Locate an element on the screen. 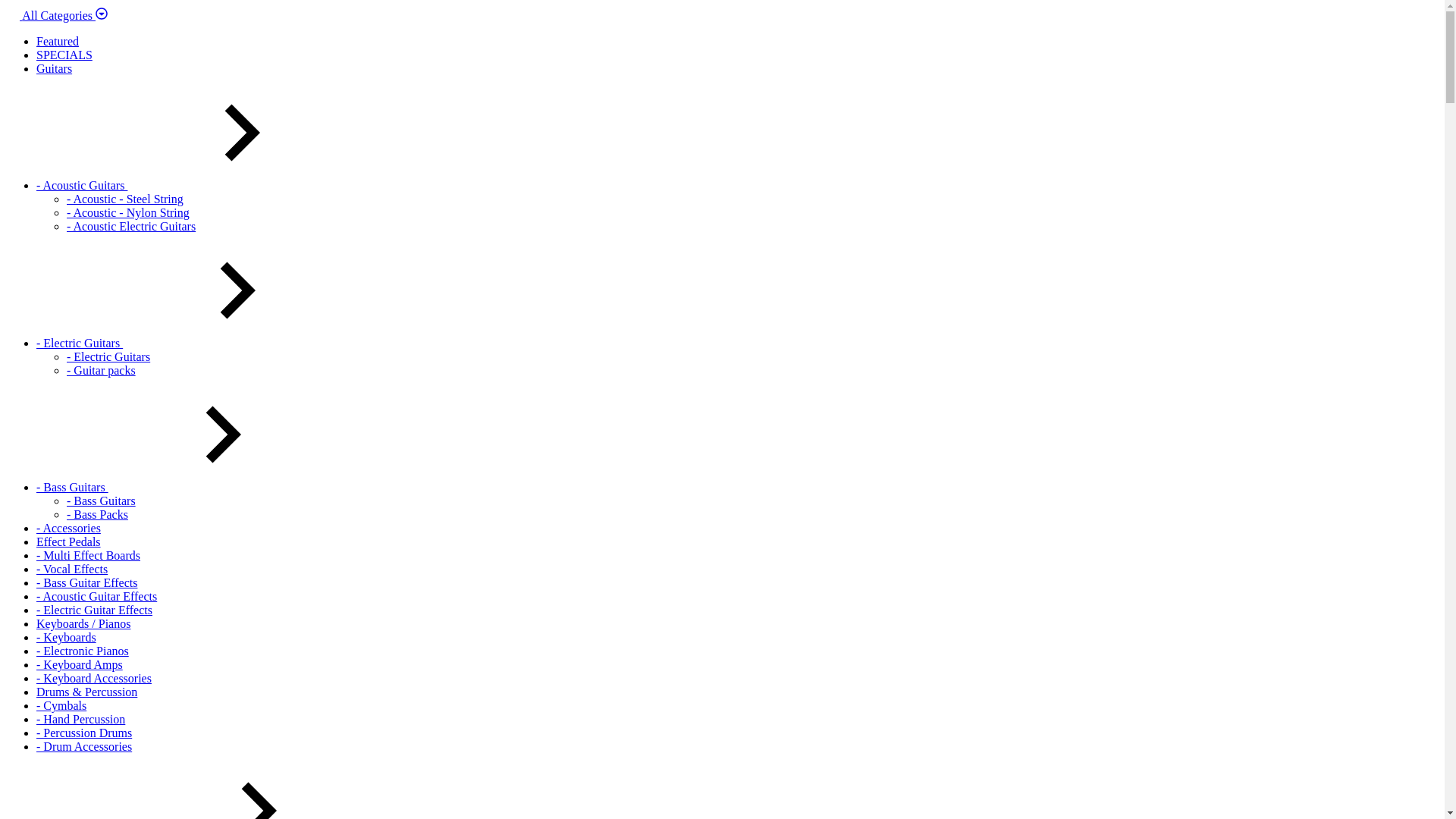 The image size is (1456, 819). '- Bass Guitar Effects' is located at coordinates (86, 582).